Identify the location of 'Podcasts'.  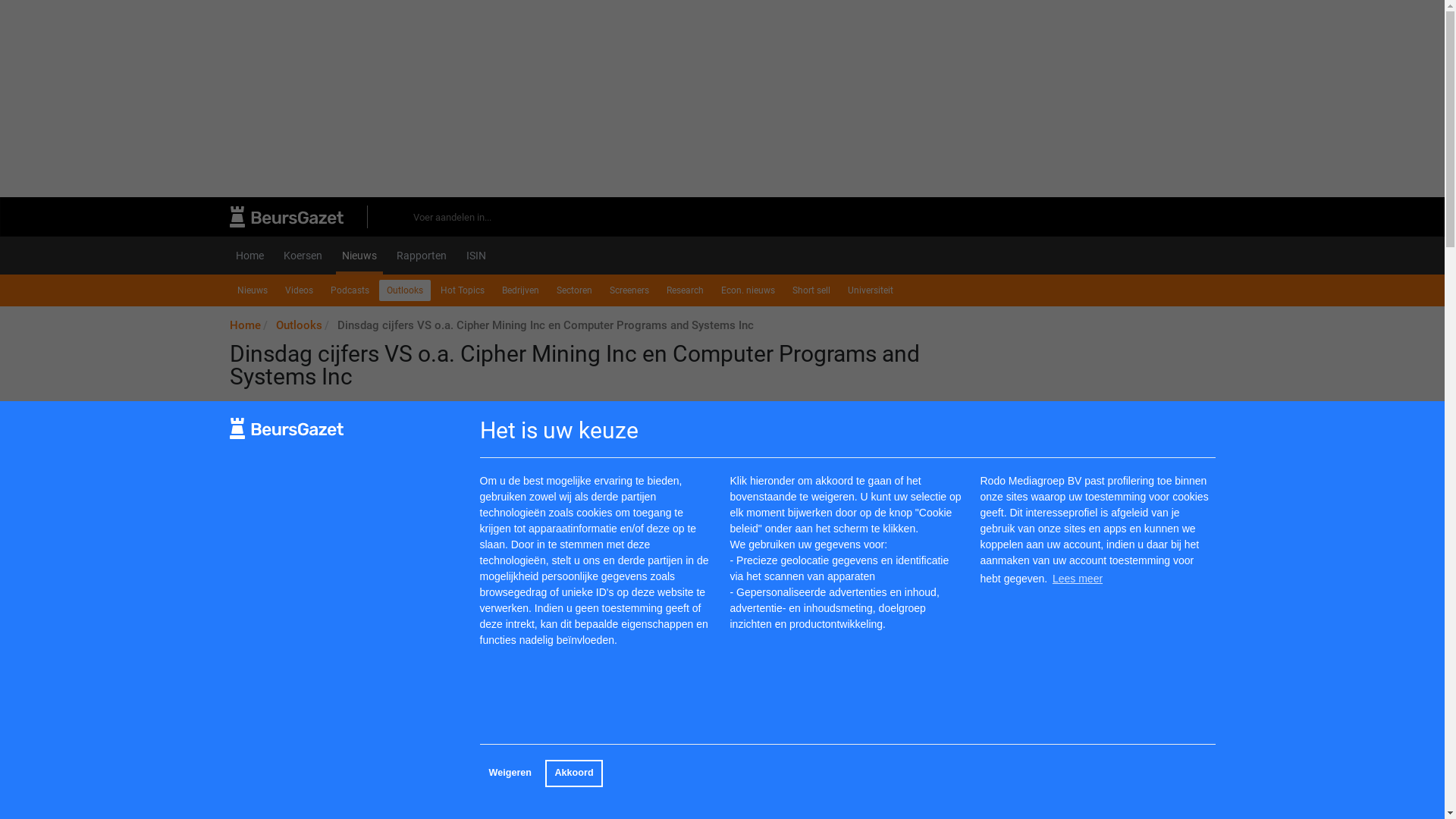
(349, 290).